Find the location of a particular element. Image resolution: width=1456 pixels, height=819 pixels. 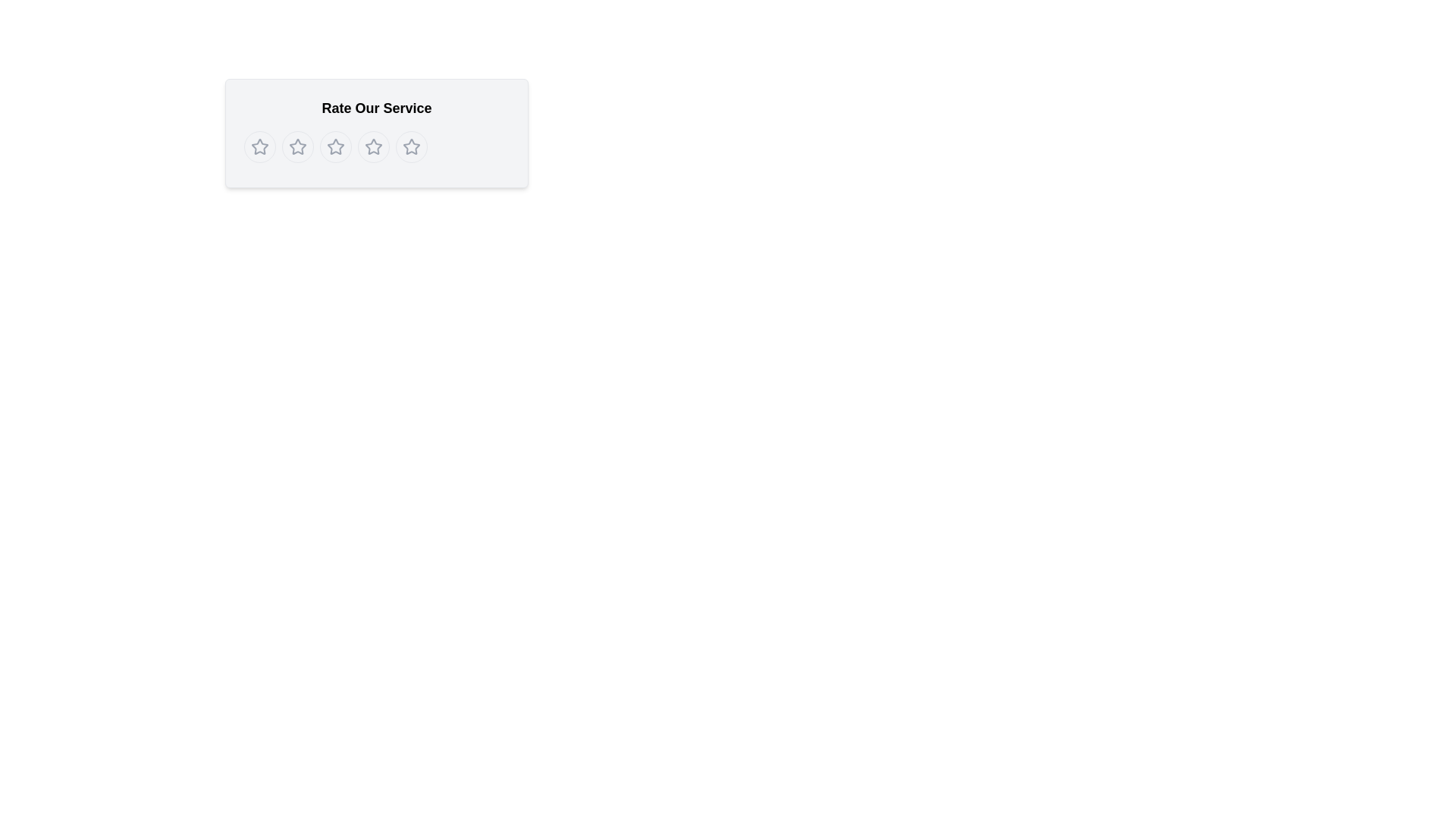

the circular button with a star icon in its center is located at coordinates (374, 146).